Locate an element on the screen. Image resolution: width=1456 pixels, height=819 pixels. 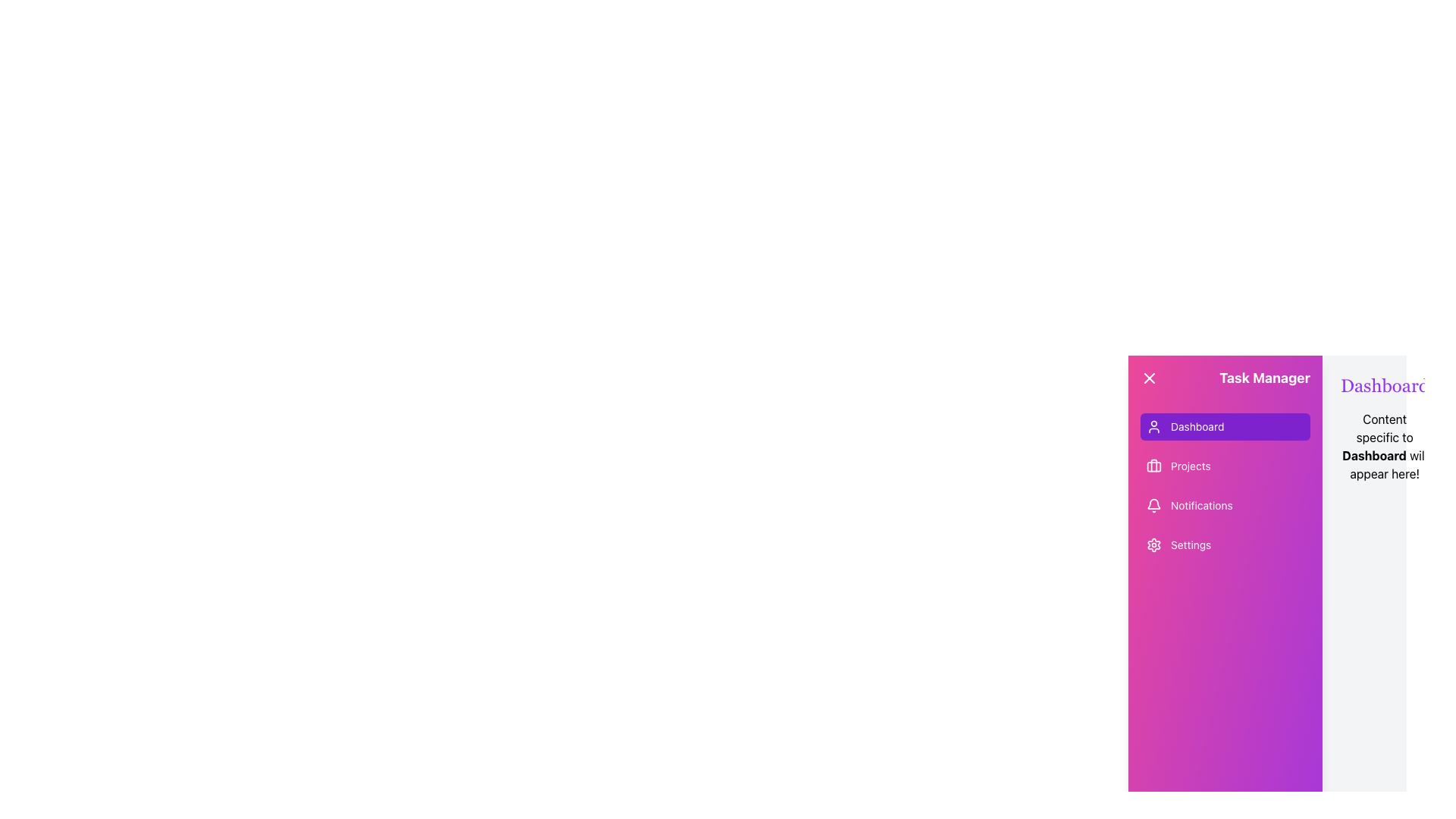
text 'Dashboard' which is displayed within a sentence providing context about the Dashboard, located in the explanatory note section is located at coordinates (1374, 455).